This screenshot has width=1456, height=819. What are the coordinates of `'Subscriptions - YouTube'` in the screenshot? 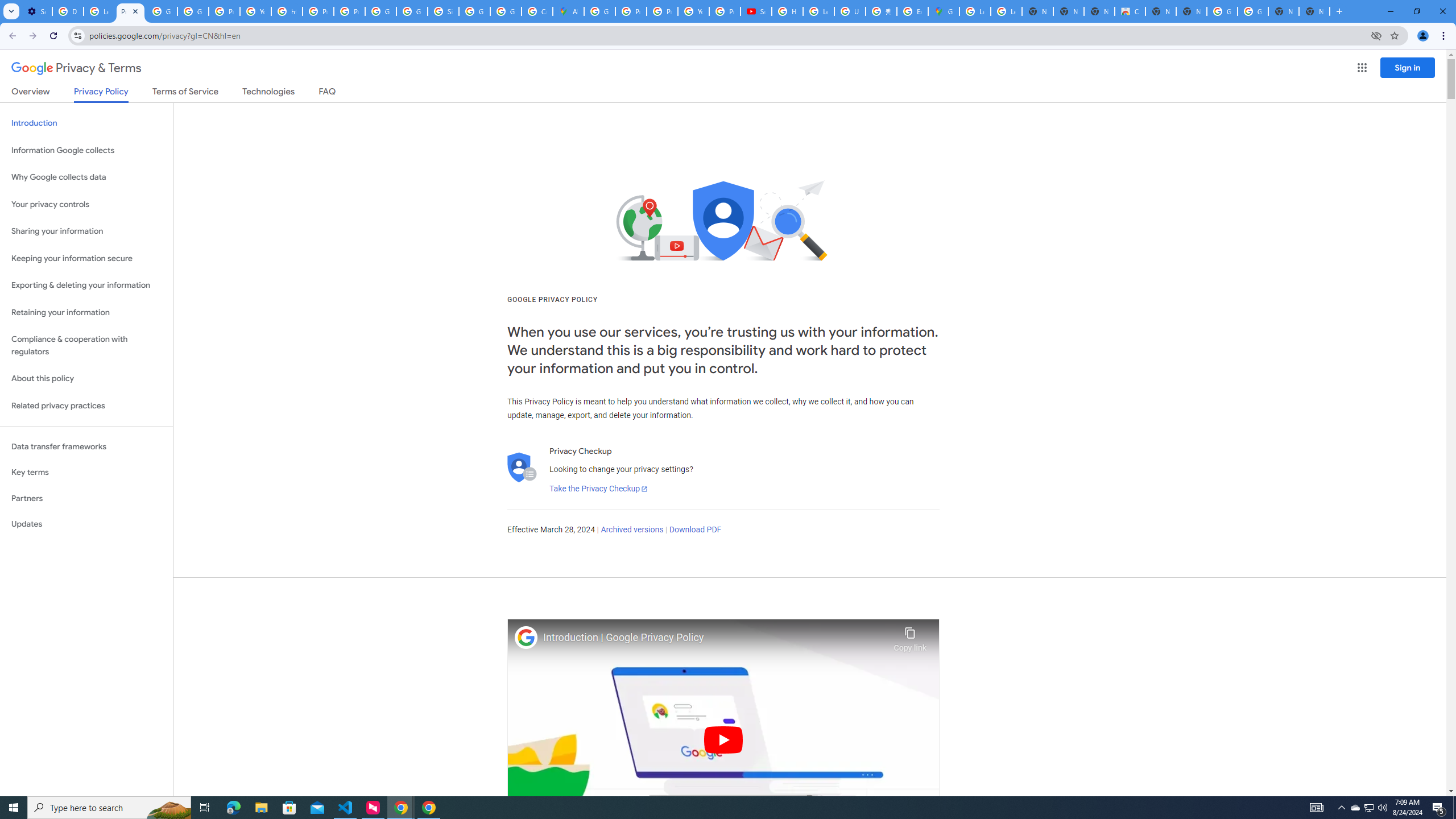 It's located at (755, 11).